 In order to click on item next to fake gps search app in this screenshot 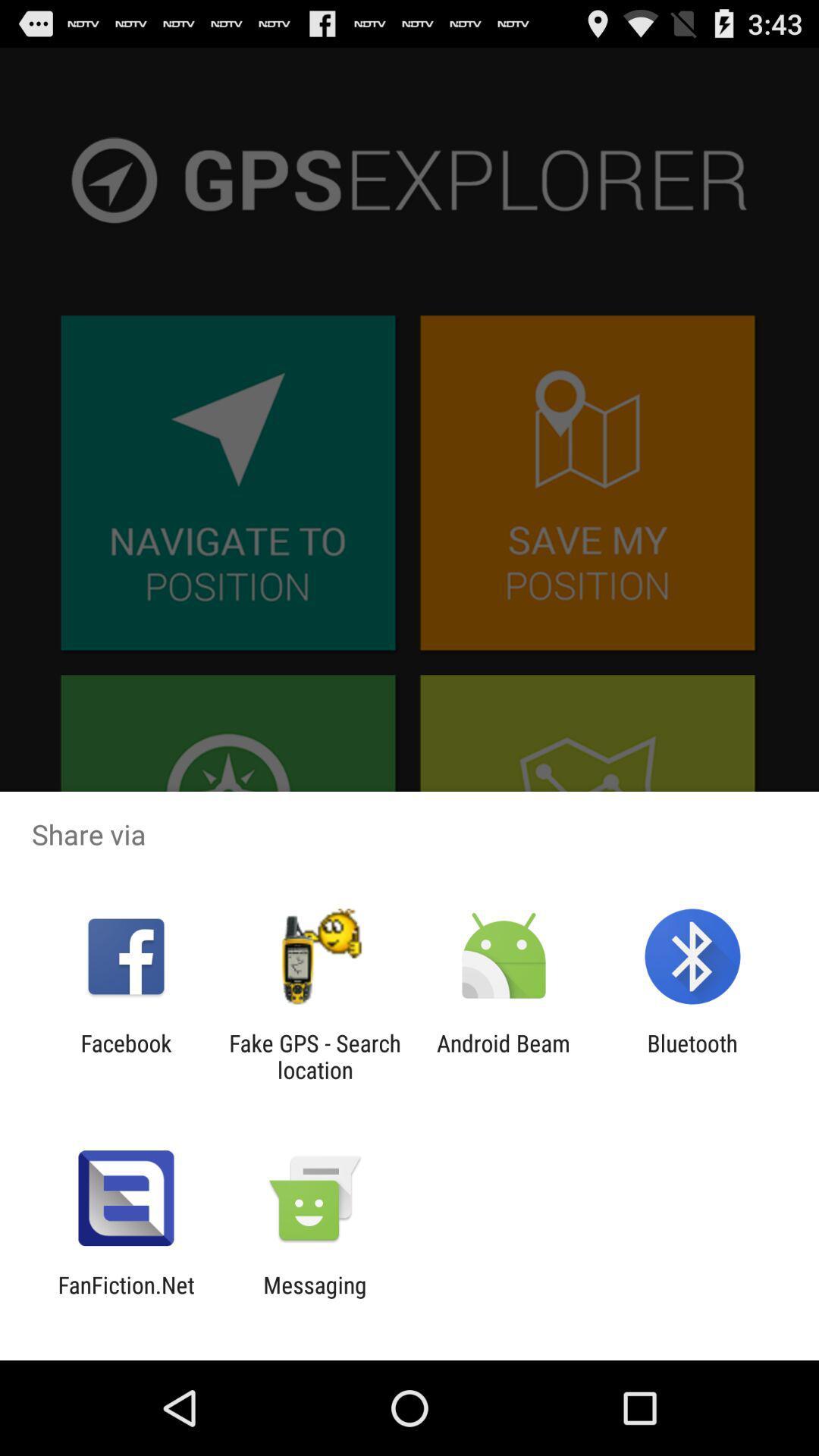, I will do `click(504, 1056)`.